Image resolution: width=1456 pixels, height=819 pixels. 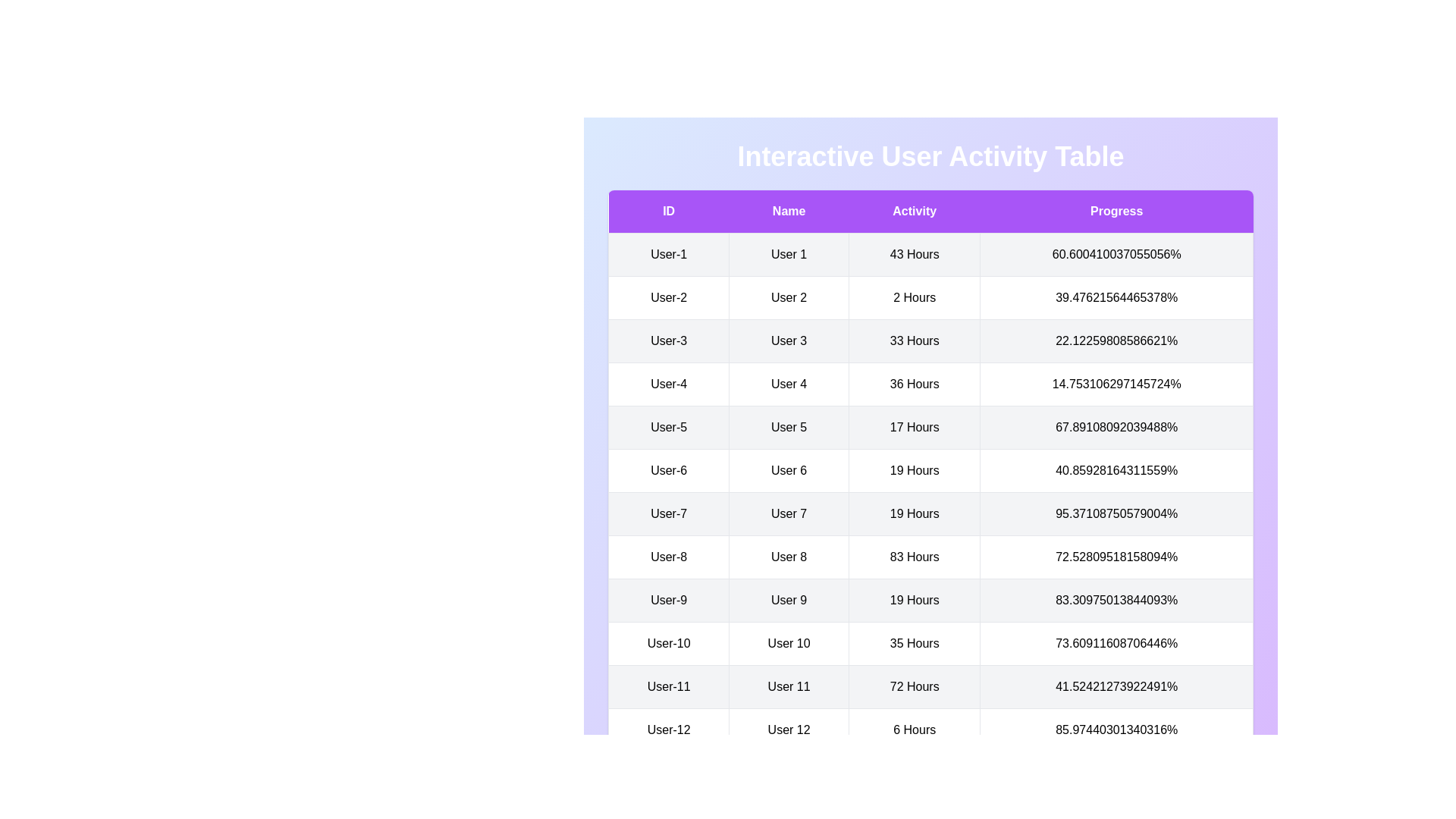 What do you see at coordinates (668, 212) in the screenshot?
I see `the header labeled 'ID' to sort the respective column` at bounding box center [668, 212].